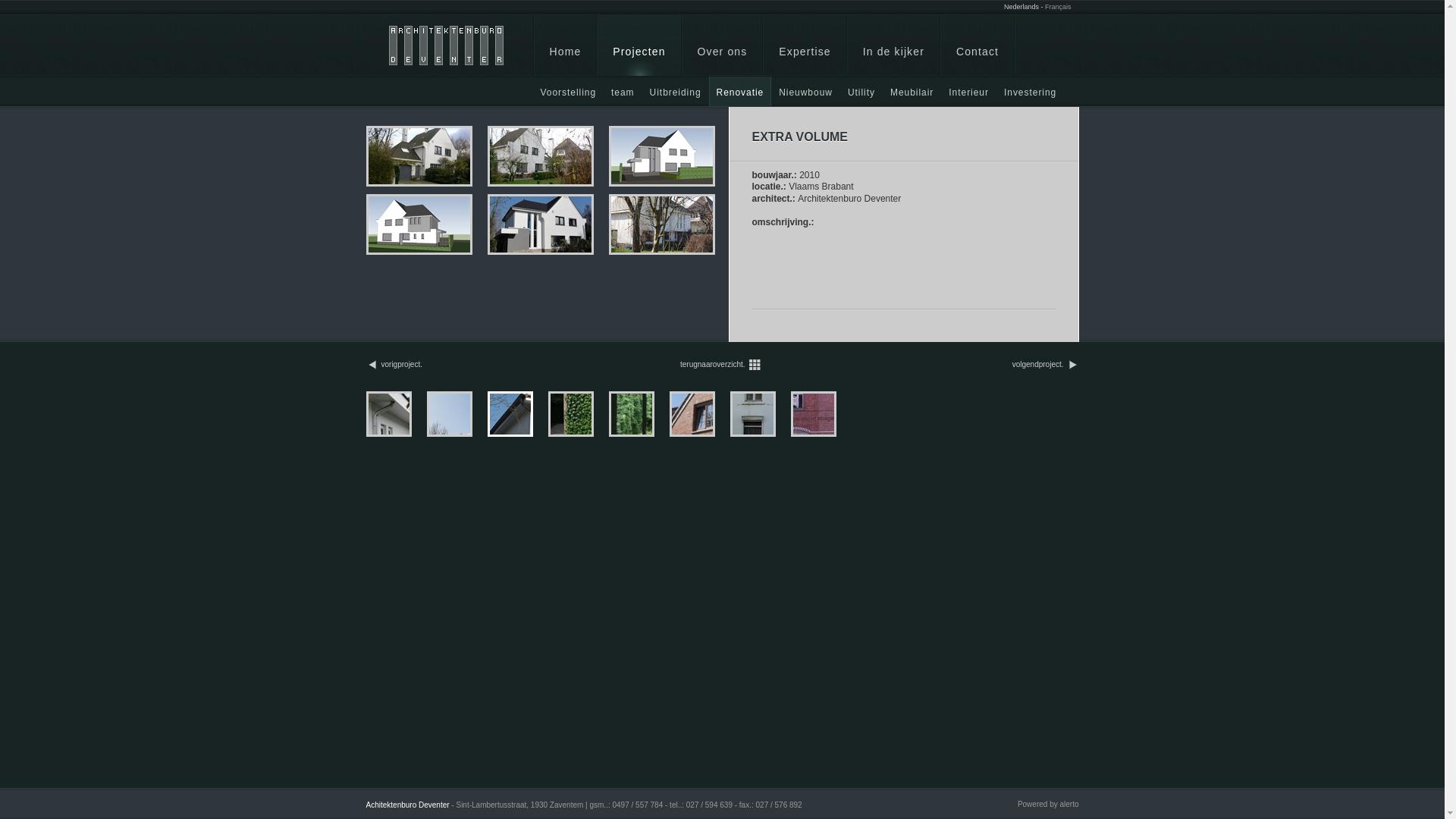 This screenshot has height=819, width=1456. I want to click on 'In de kijker', so click(893, 45).